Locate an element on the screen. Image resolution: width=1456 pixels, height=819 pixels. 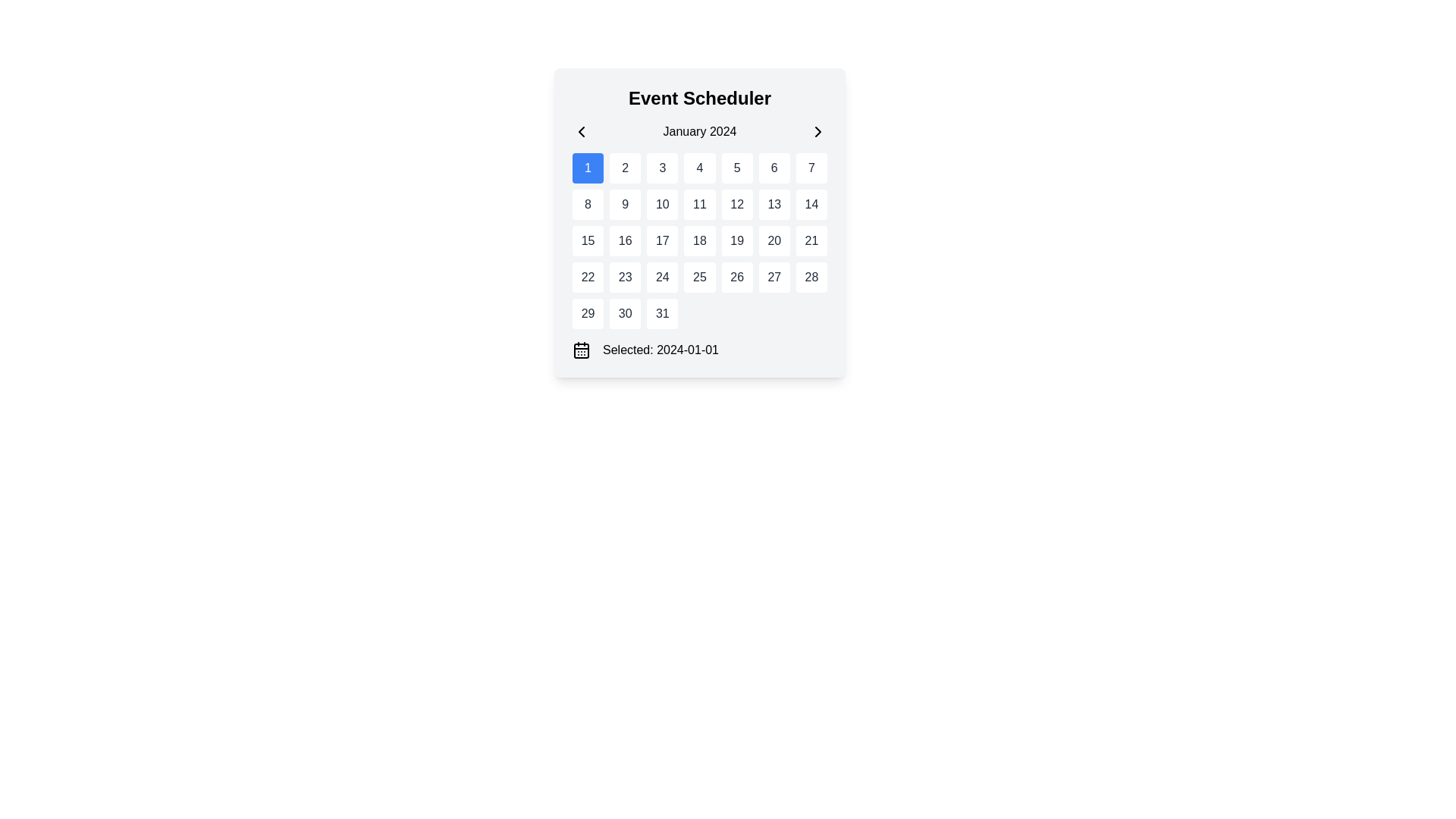
the date '24' button in the calendar located in the fourth row and third column is located at coordinates (662, 278).